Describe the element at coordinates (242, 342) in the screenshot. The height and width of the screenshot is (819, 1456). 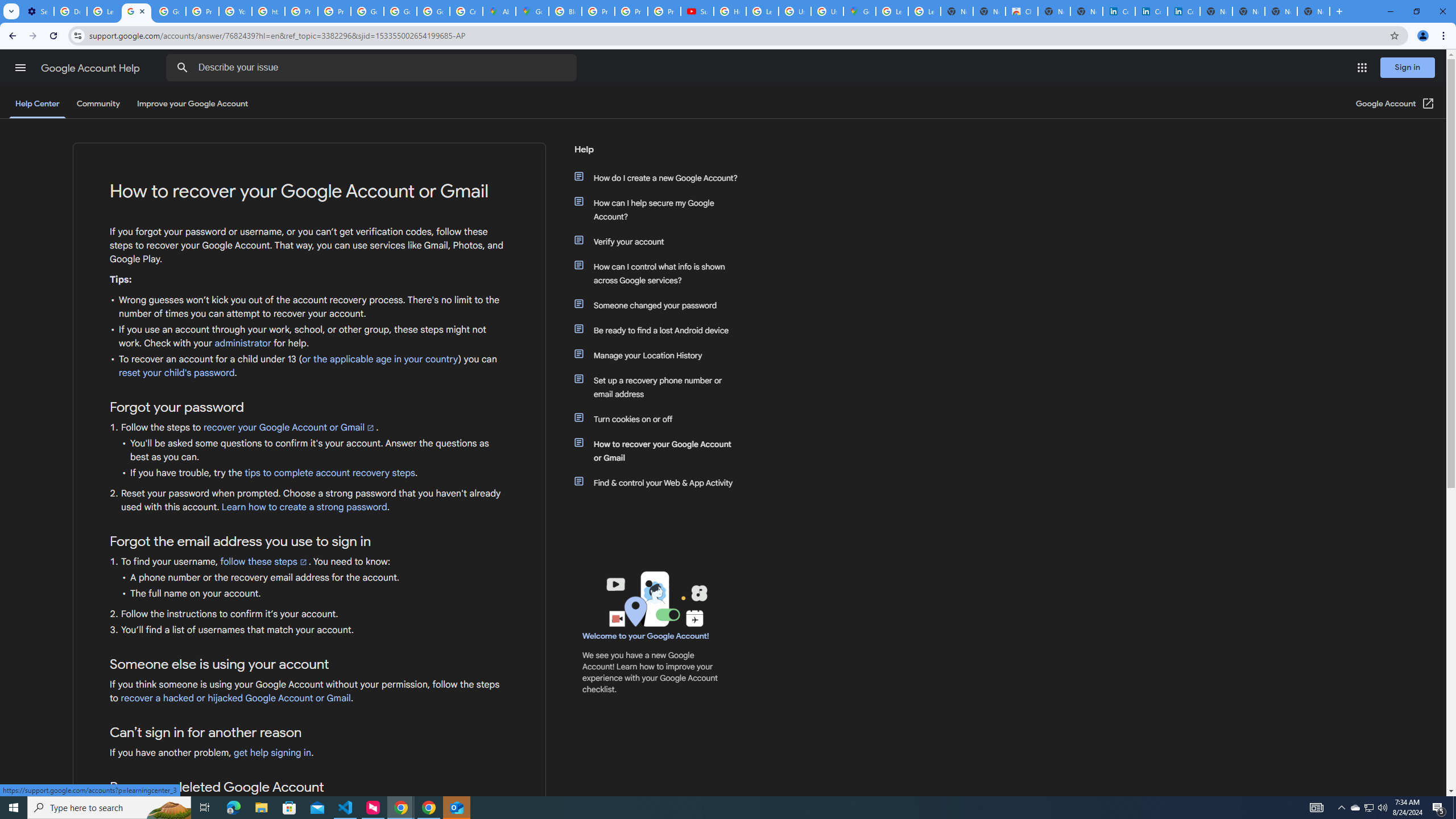
I see `'administrator'` at that location.